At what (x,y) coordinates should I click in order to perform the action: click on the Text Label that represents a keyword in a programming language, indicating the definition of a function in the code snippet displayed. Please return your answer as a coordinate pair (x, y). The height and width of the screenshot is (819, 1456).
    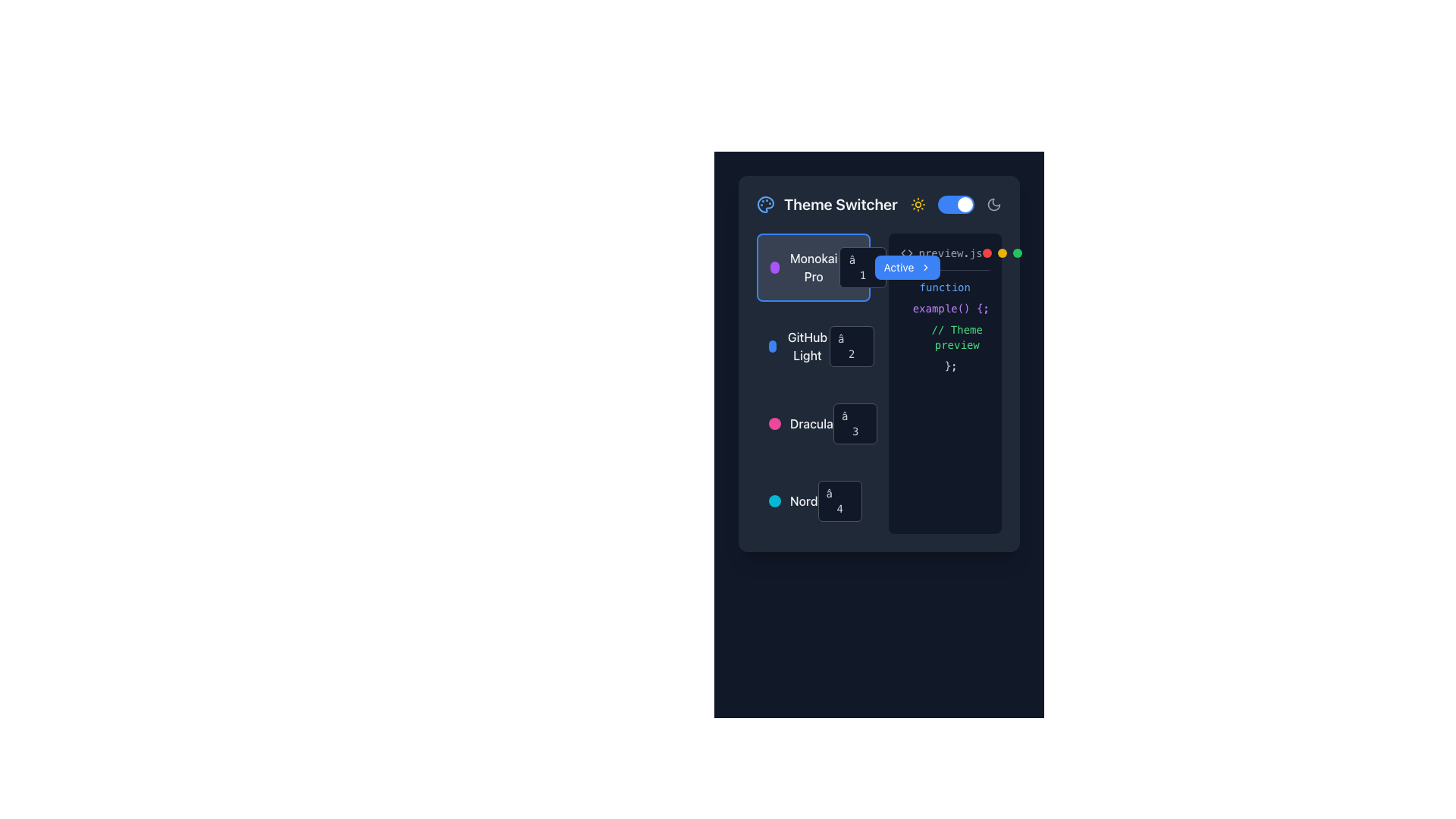
    Looking at the image, I should click on (944, 287).